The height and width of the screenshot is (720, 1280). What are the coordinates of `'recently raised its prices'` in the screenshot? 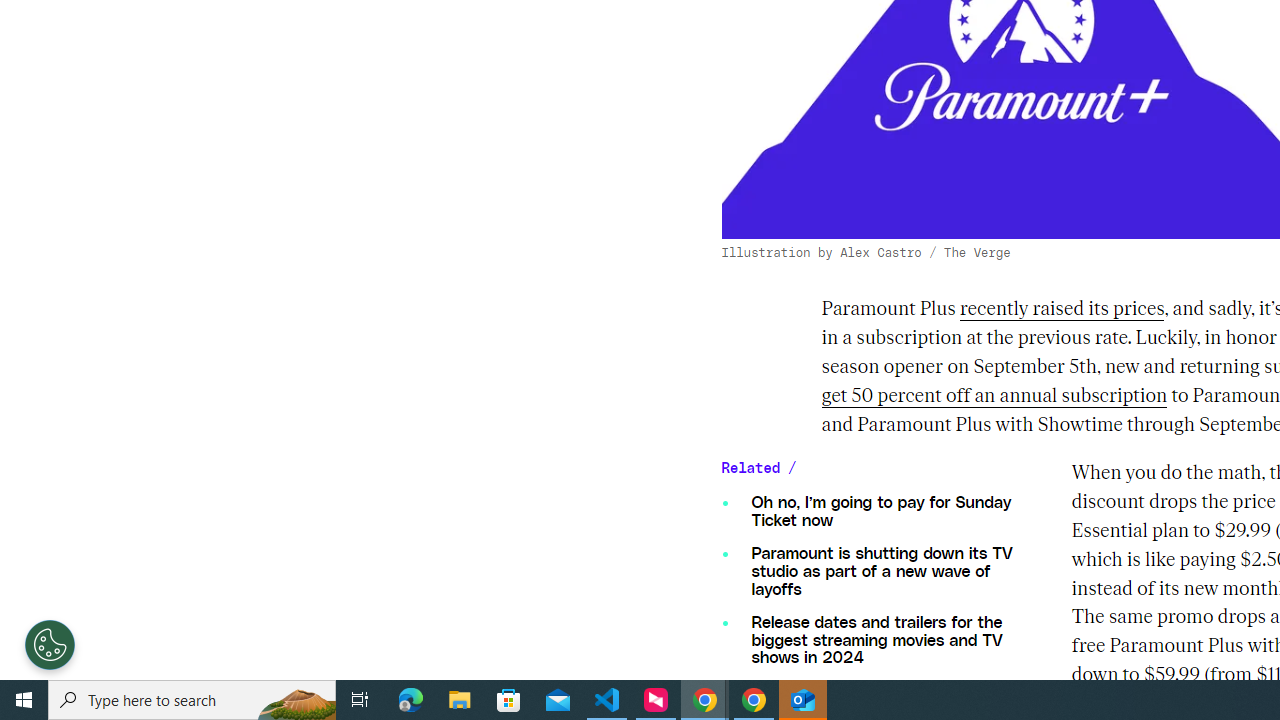 It's located at (1060, 309).